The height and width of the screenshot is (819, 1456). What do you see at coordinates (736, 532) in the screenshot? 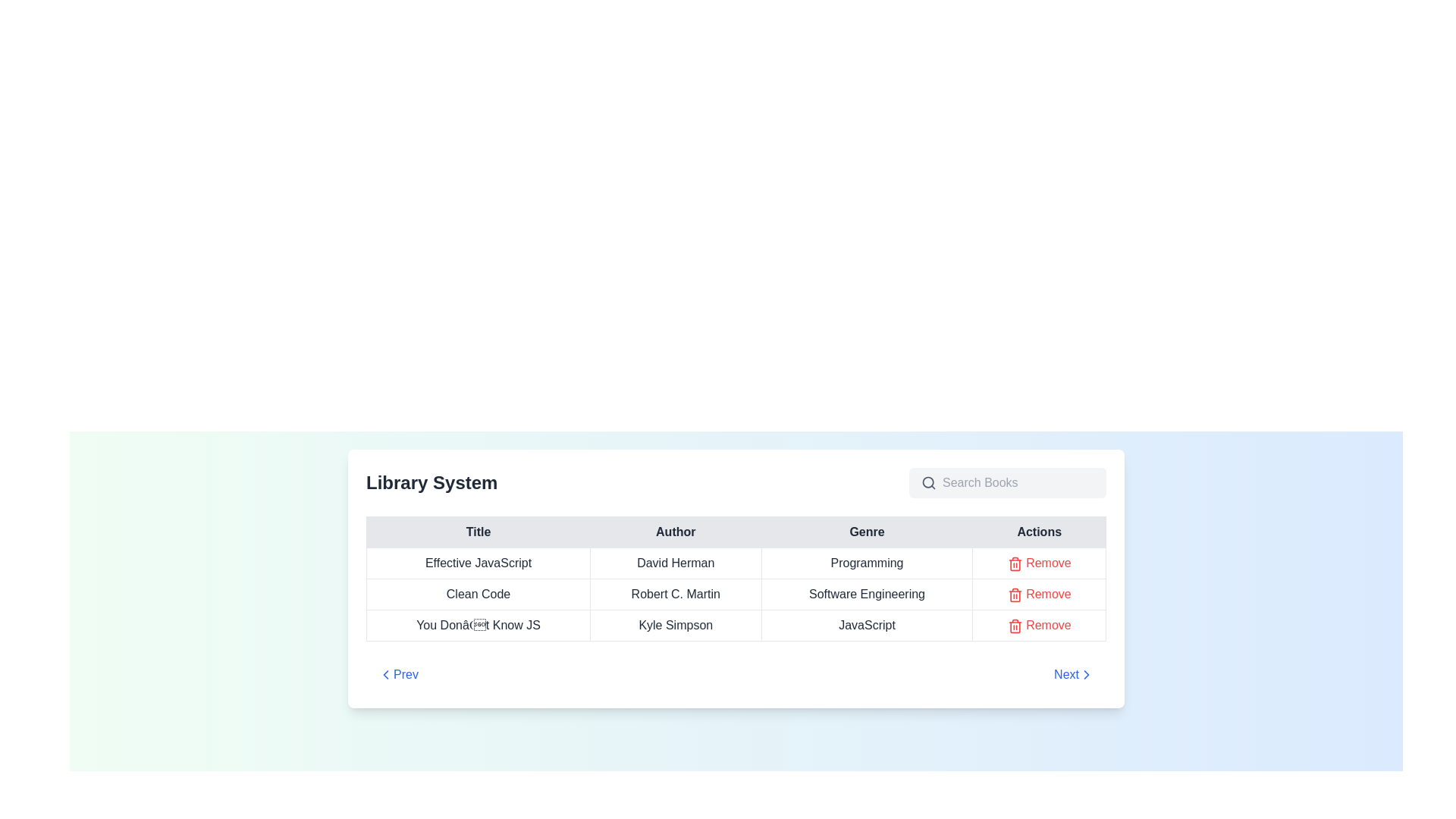
I see `the columns labeled` at bounding box center [736, 532].